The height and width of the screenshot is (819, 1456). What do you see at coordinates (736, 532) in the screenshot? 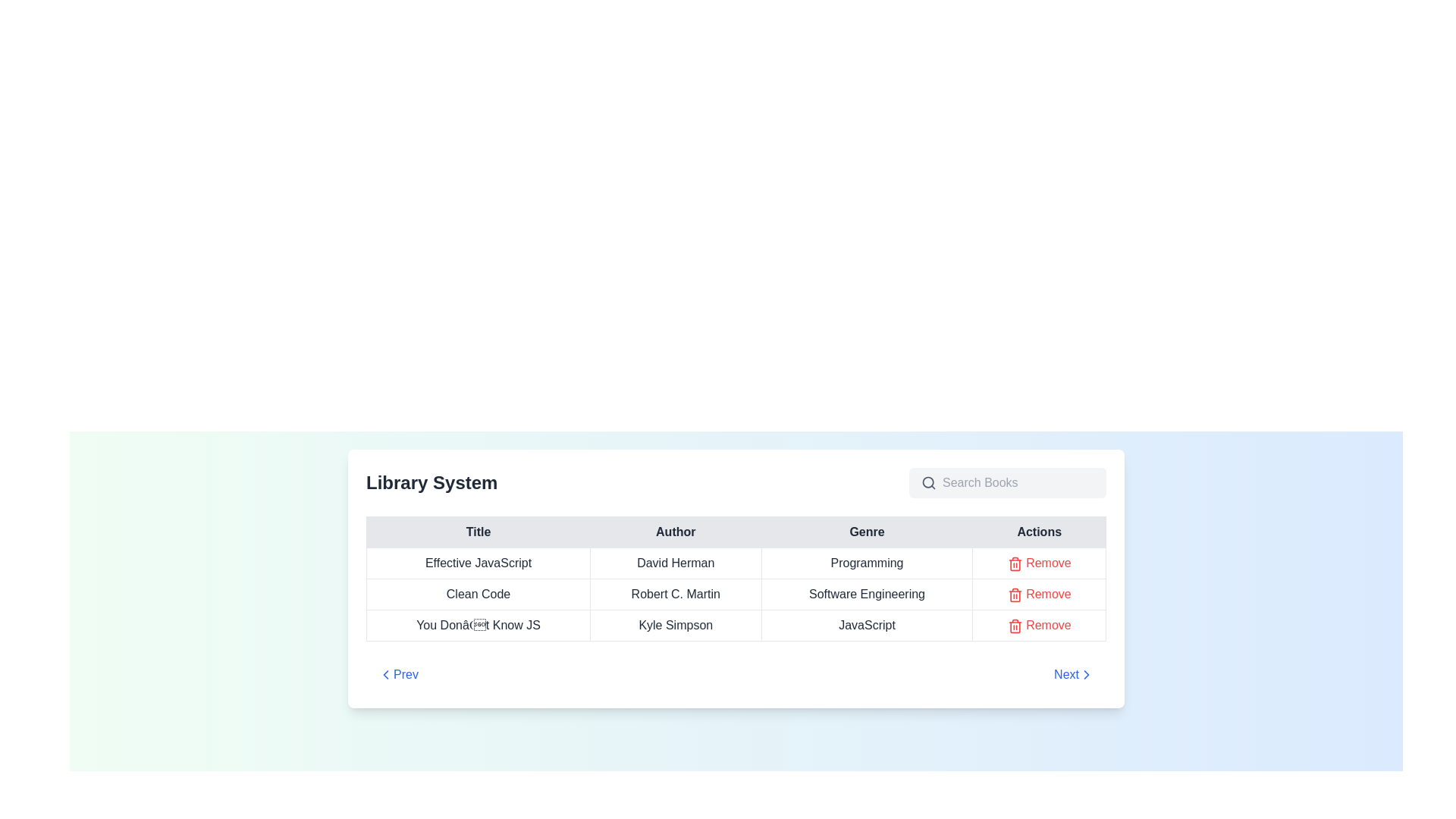
I see `the columns labeled` at bounding box center [736, 532].